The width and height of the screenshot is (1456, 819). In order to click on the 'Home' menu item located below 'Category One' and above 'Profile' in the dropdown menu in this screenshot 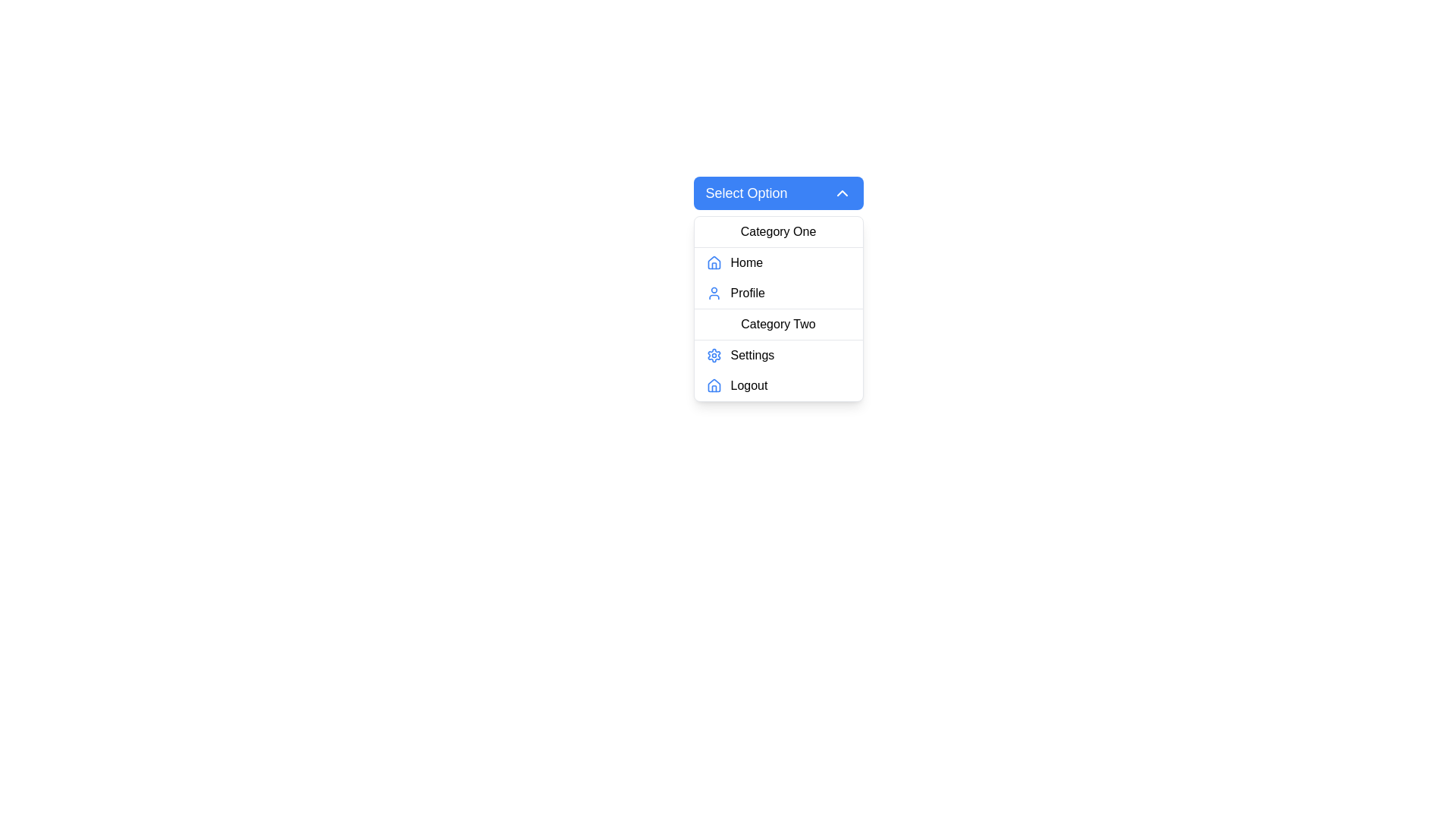, I will do `click(778, 262)`.